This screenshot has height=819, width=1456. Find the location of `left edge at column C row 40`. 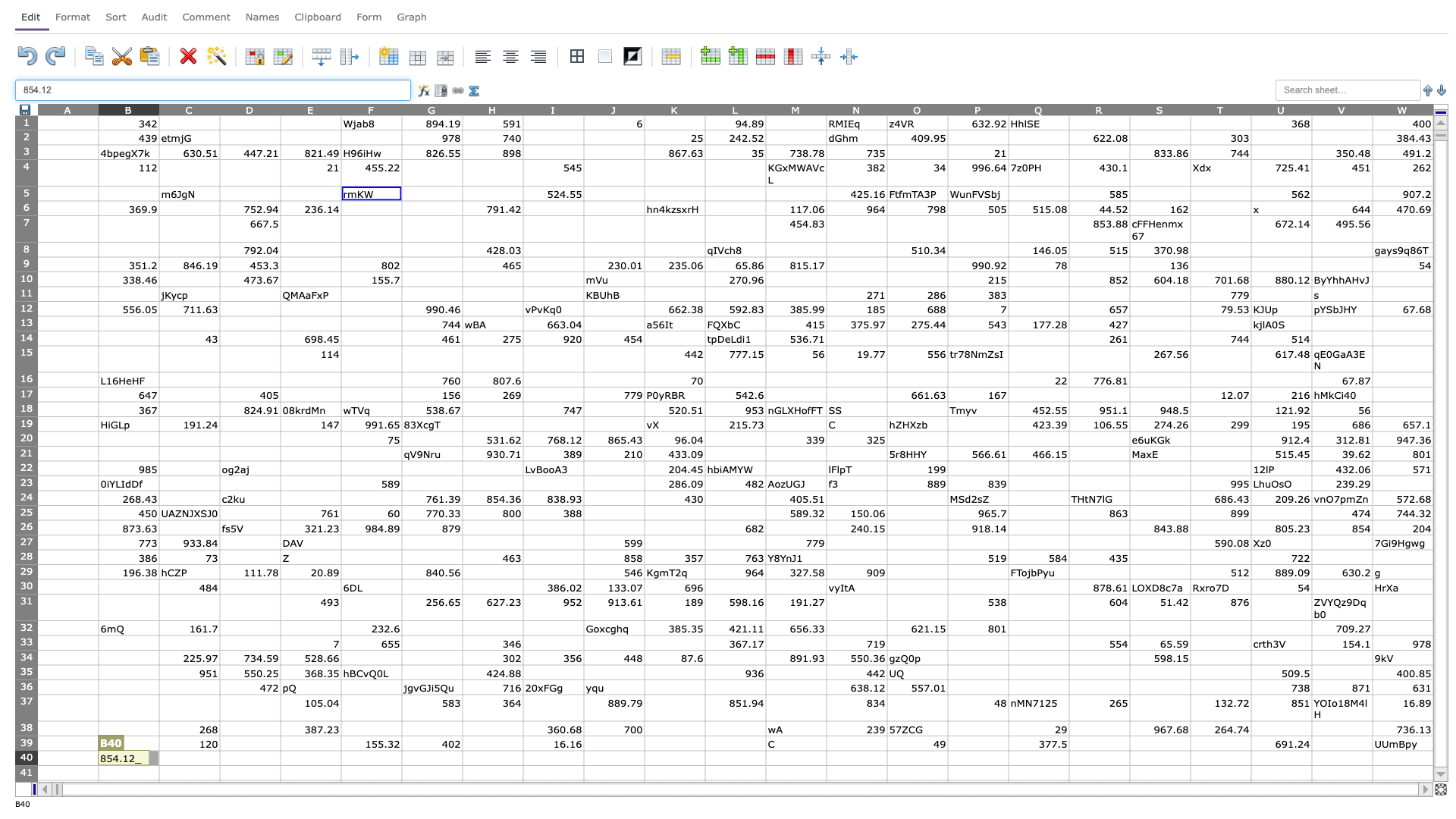

left edge at column C row 40 is located at coordinates (159, 758).